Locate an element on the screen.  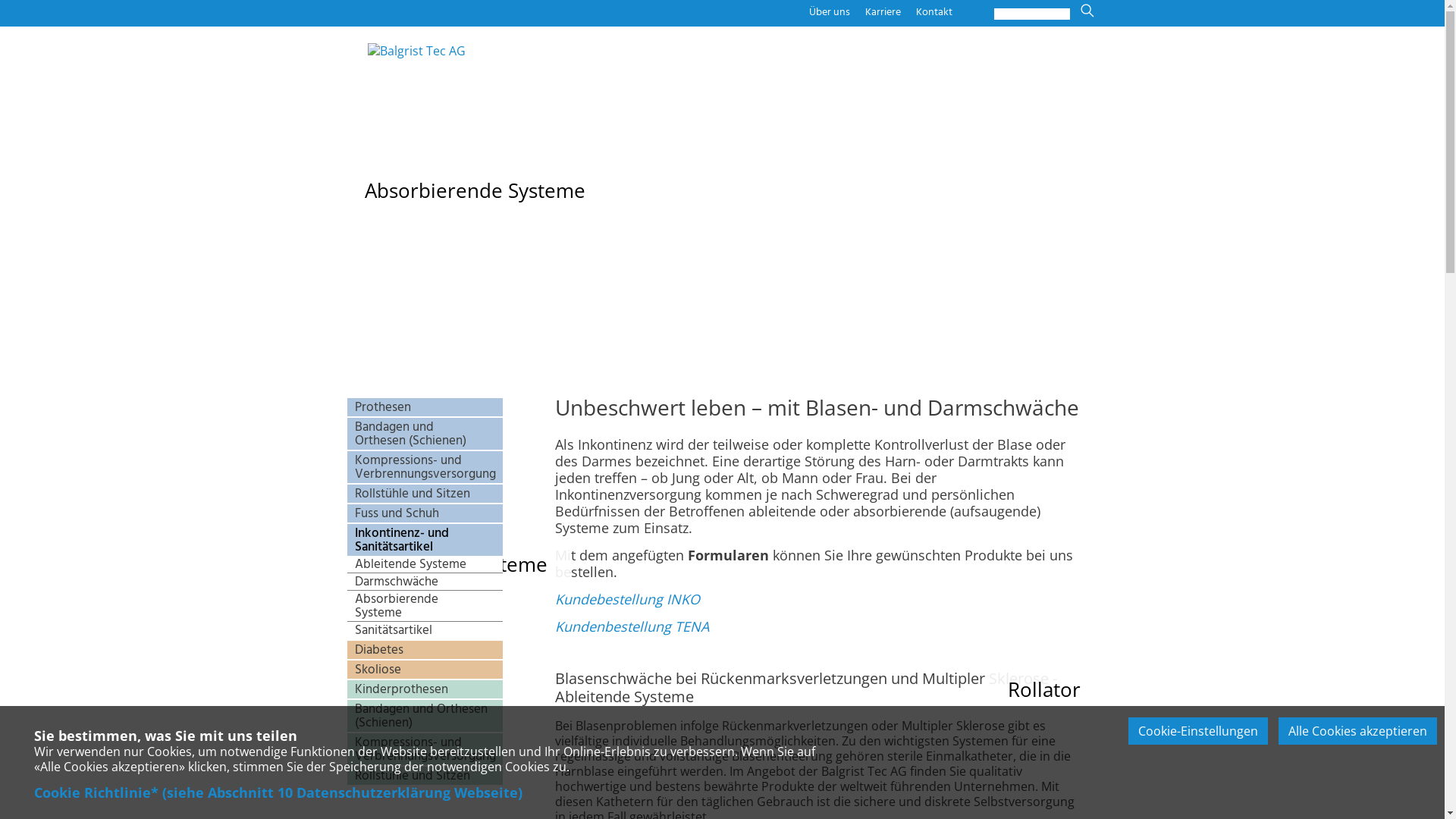
'Prothesen' is located at coordinates (425, 406).